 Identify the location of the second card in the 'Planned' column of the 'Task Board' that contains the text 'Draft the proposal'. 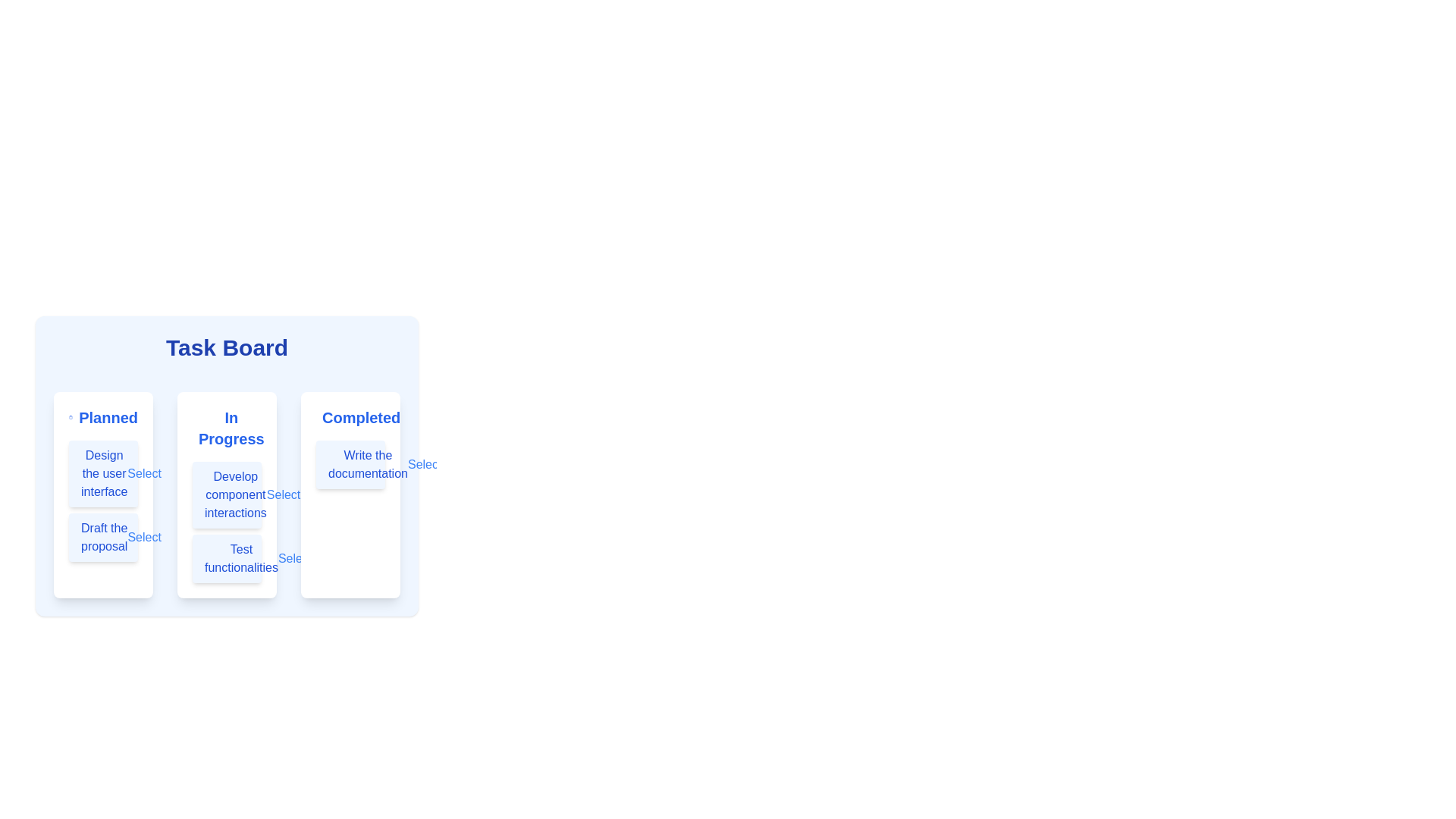
(102, 537).